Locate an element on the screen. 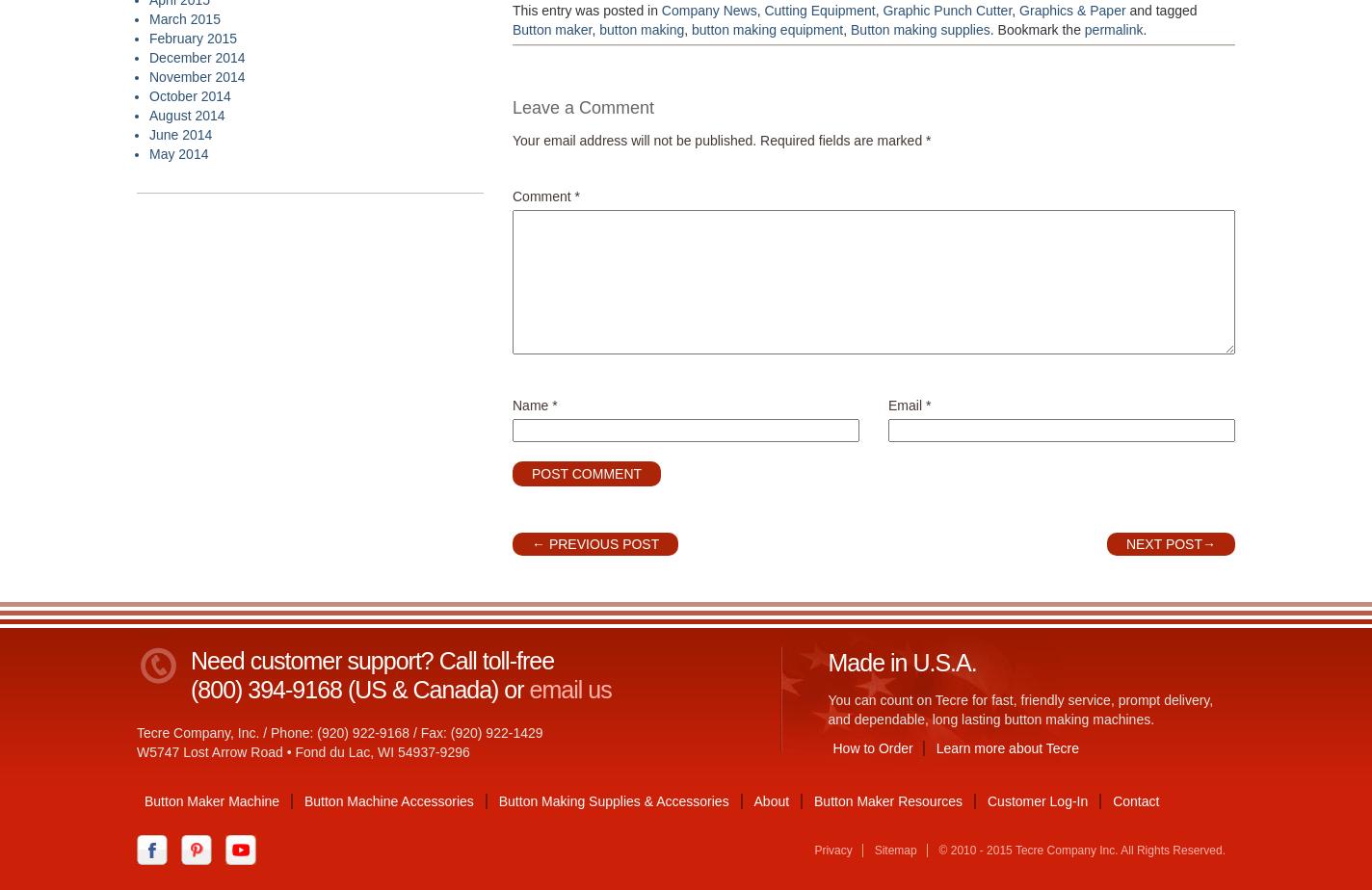 This screenshot has width=1372, height=890. 'Need customer support? Call toll-free' is located at coordinates (372, 660).